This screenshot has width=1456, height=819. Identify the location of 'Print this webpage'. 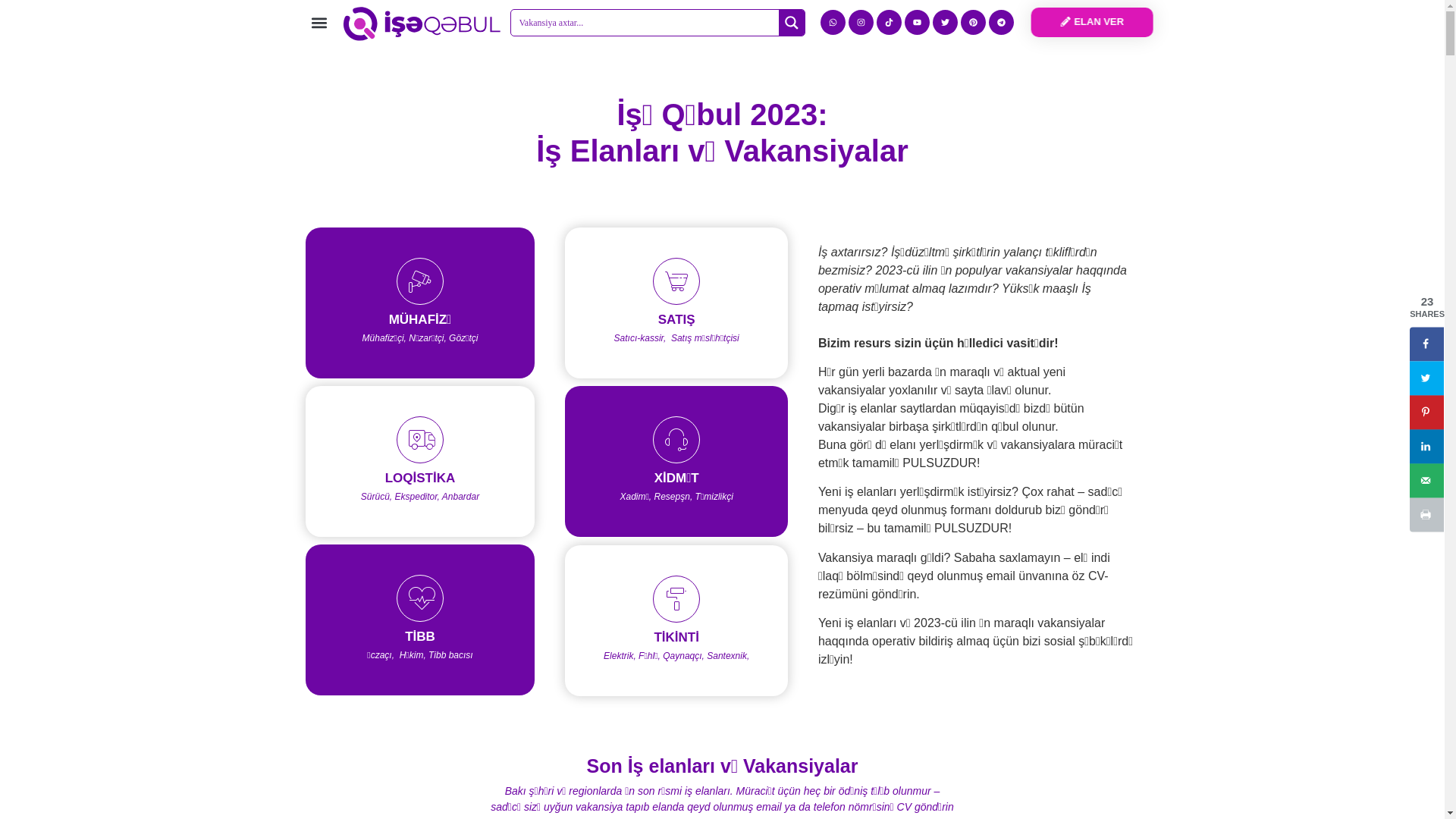
(1426, 513).